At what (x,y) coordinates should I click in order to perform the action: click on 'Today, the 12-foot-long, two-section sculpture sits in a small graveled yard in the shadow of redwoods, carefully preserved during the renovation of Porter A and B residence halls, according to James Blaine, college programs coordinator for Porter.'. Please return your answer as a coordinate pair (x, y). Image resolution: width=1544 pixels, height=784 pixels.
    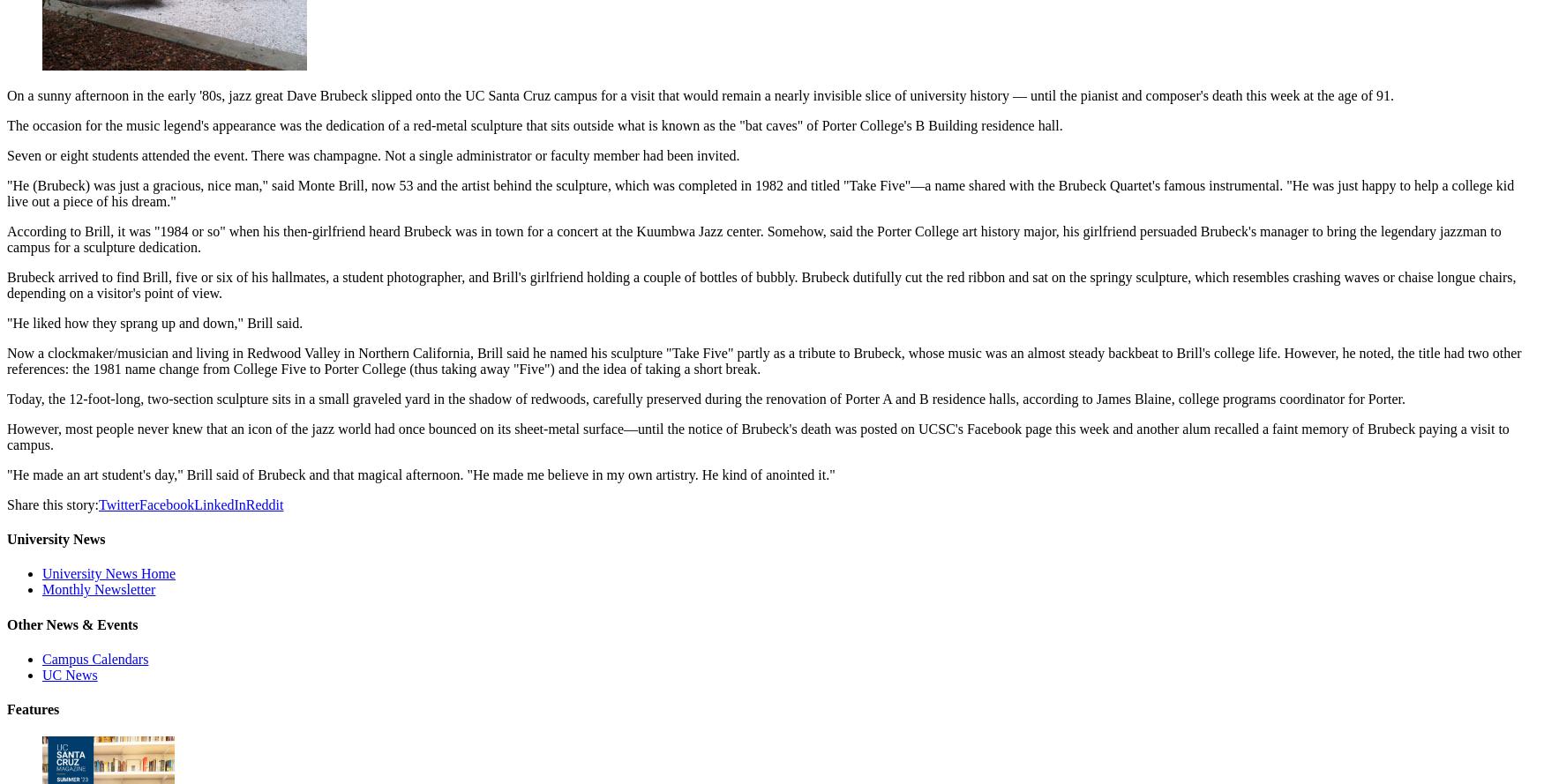
    Looking at the image, I should click on (704, 397).